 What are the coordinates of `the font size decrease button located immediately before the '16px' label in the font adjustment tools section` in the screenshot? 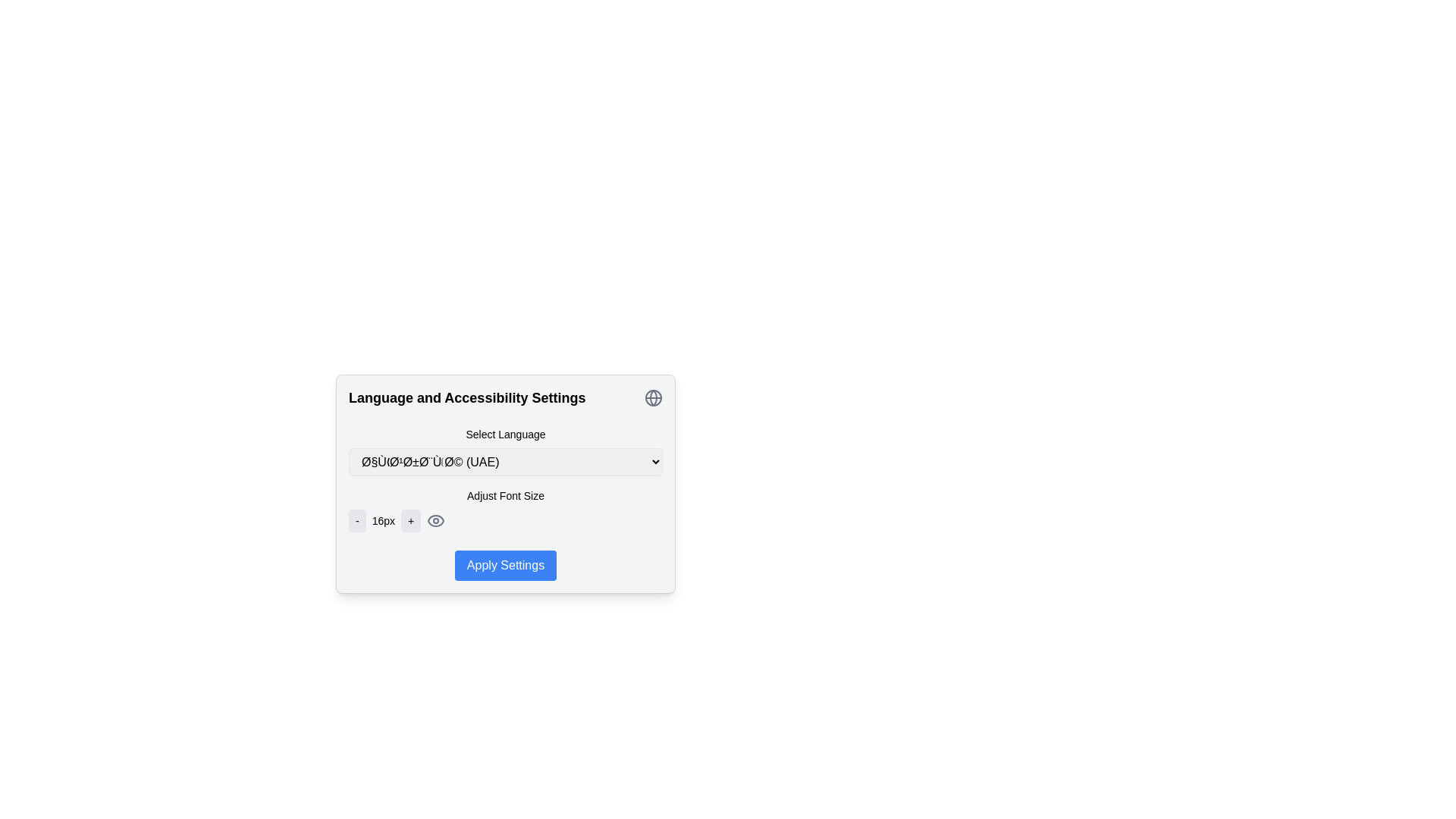 It's located at (356, 519).